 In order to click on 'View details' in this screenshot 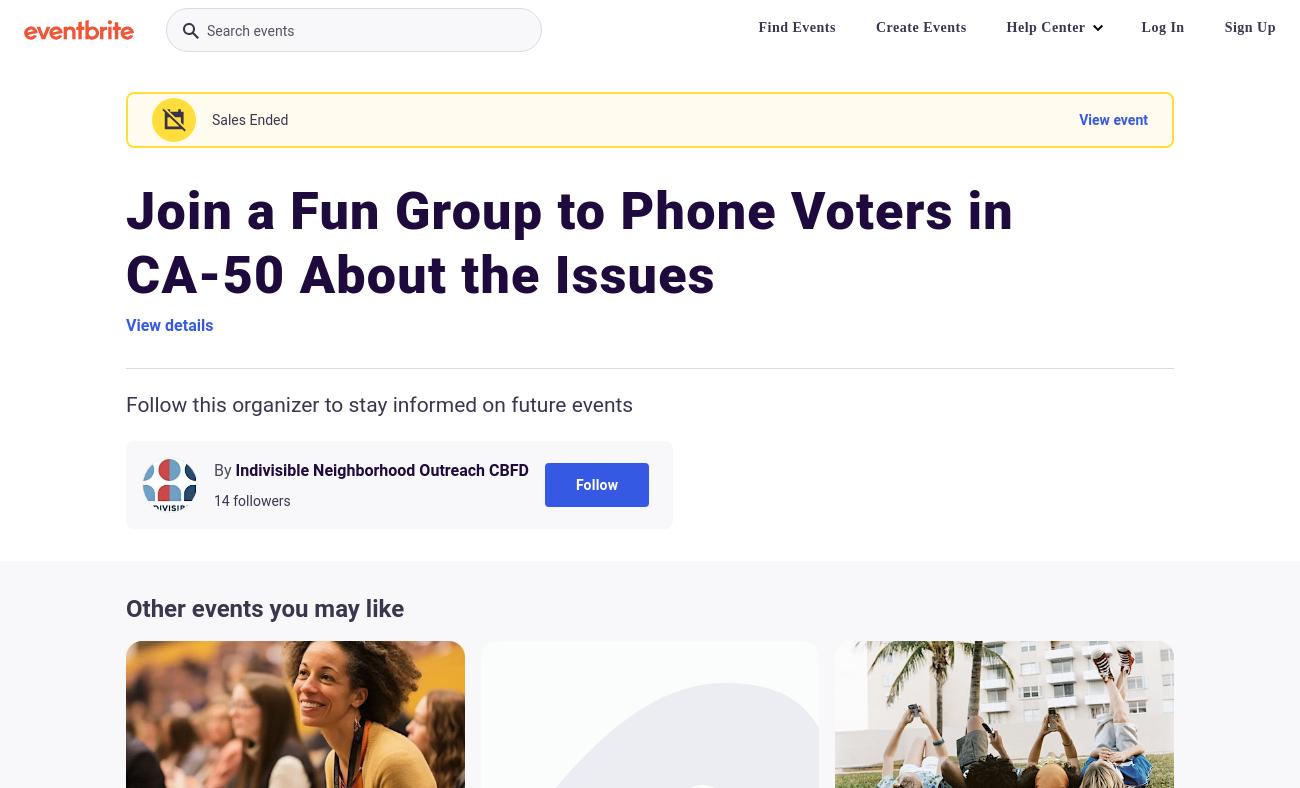, I will do `click(124, 325)`.